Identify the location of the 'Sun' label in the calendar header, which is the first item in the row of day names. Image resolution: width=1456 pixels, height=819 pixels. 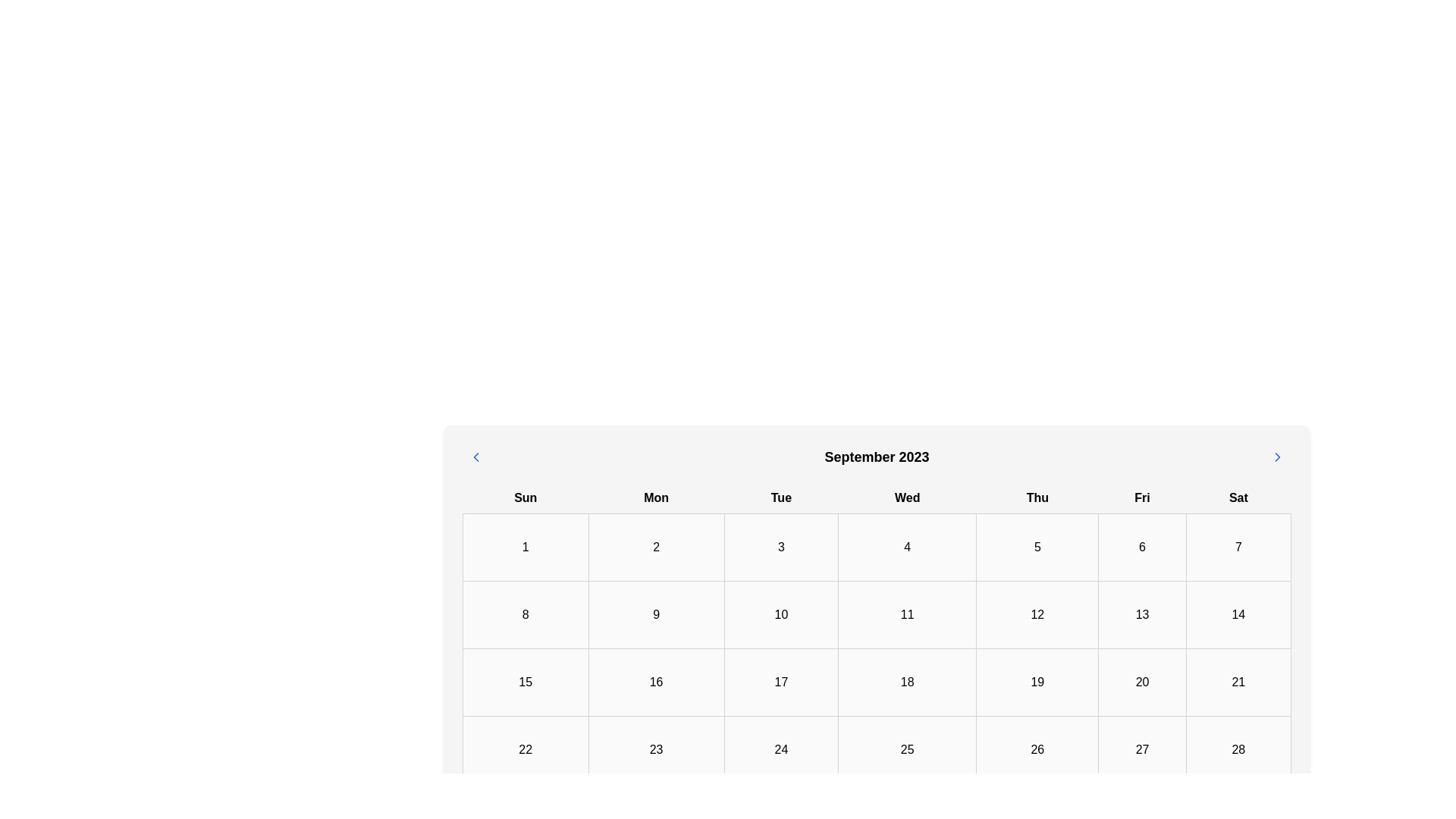
(526, 498).